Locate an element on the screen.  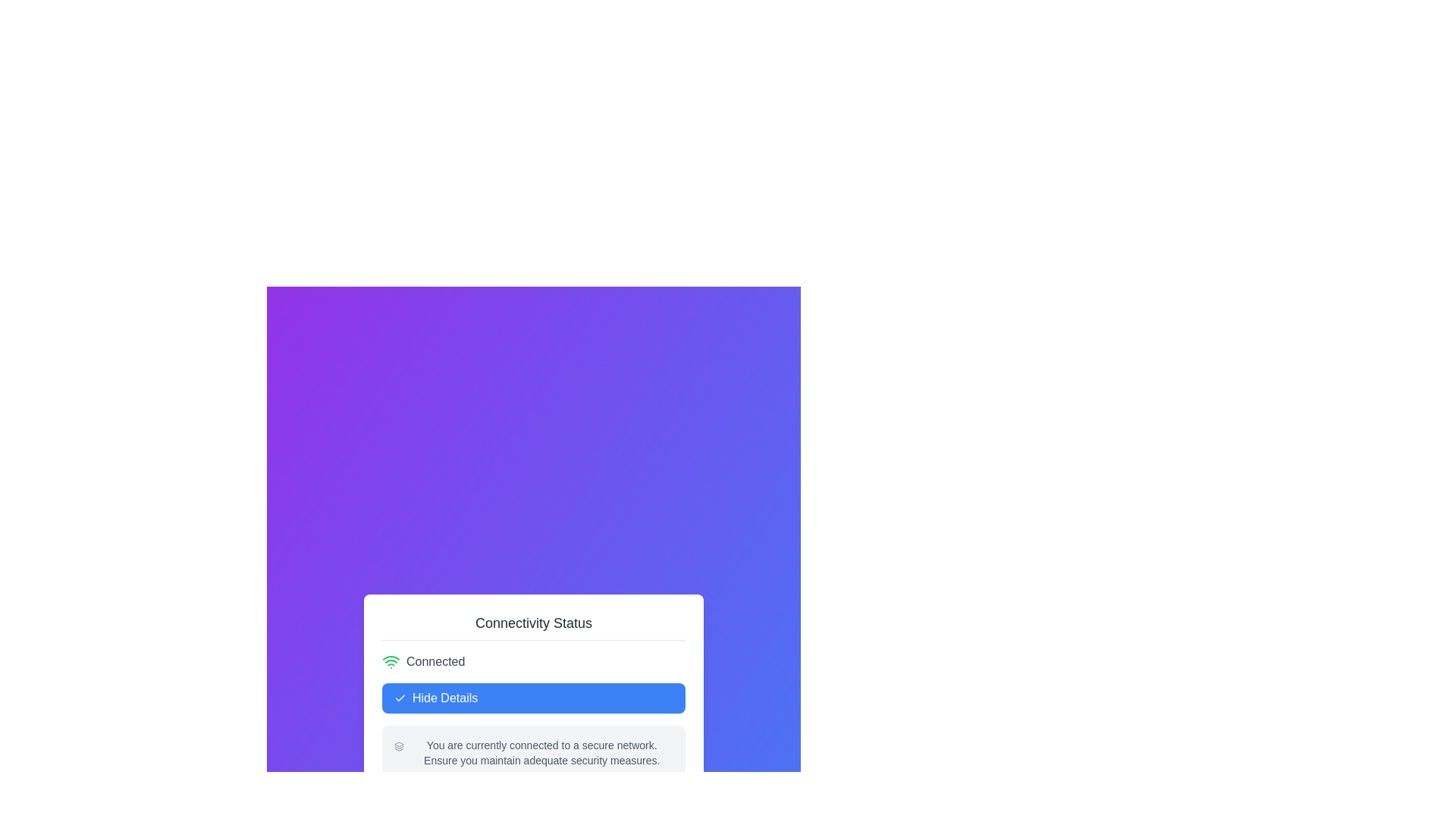
static text element indicating the current connectivity status, which displays 'Connected' next to the Wi-Fi icon is located at coordinates (435, 661).